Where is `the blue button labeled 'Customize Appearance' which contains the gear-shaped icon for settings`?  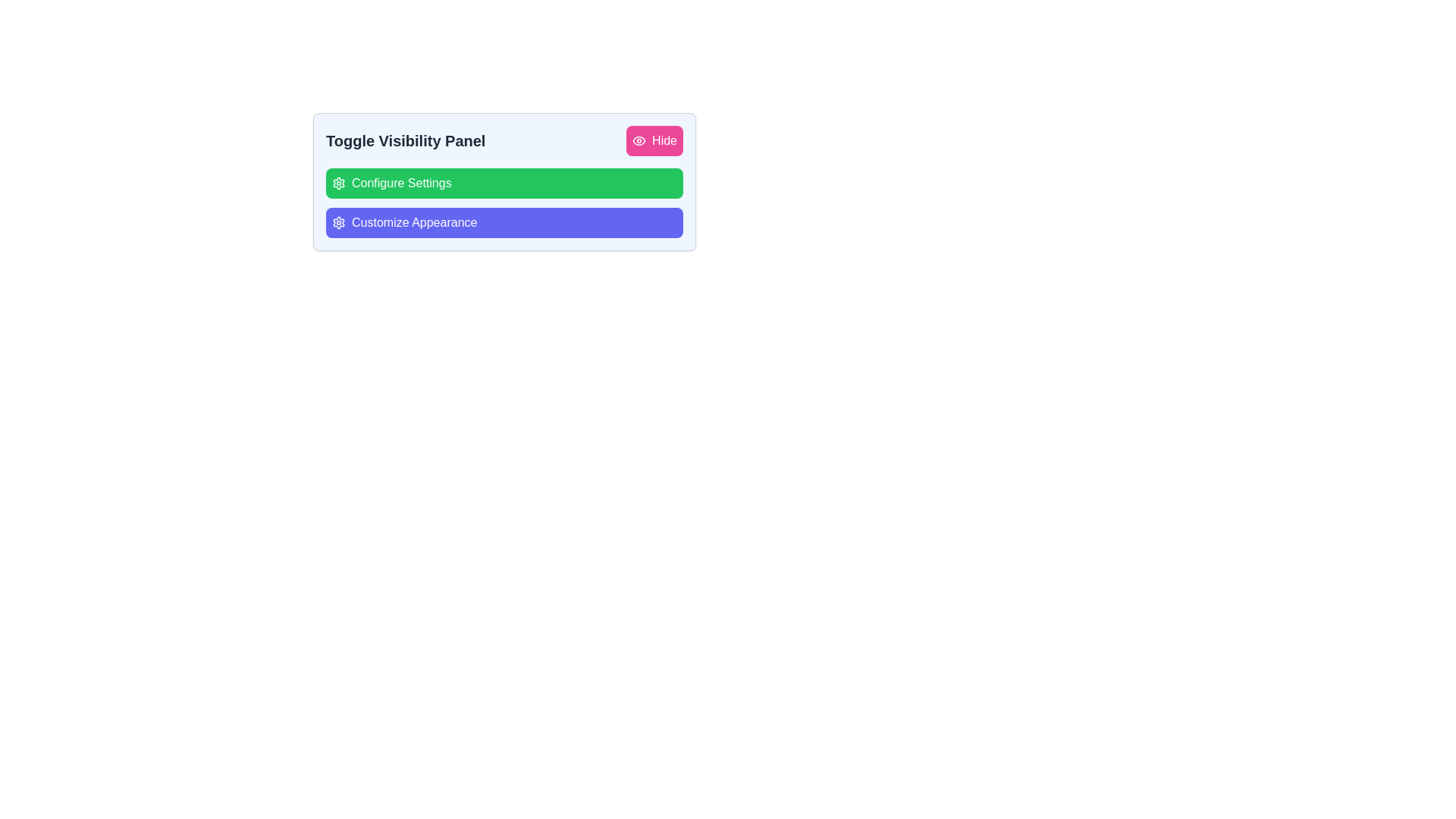 the blue button labeled 'Customize Appearance' which contains the gear-shaped icon for settings is located at coordinates (337, 222).